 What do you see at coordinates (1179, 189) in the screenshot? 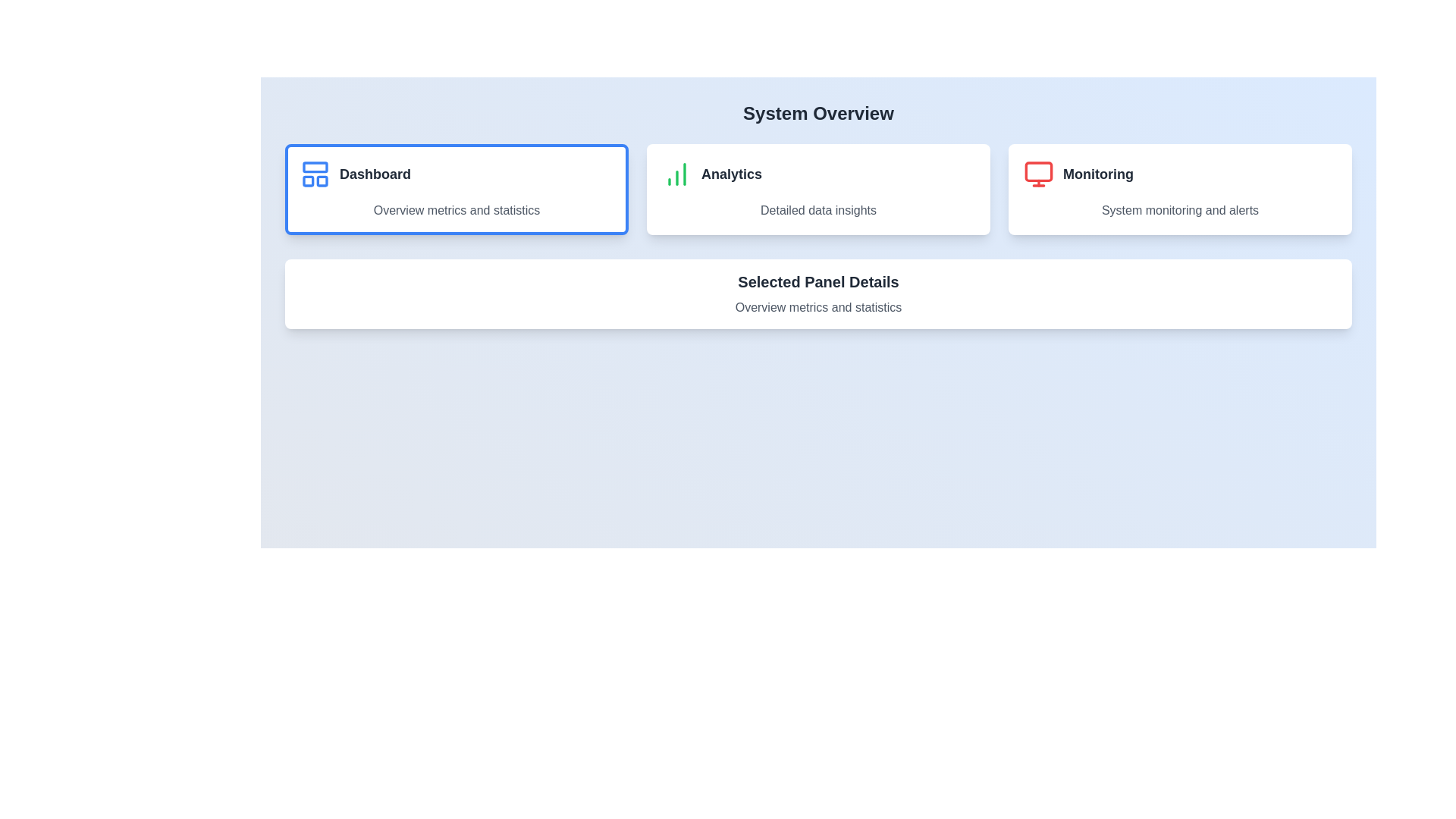
I see `the 'Monitoring' card element, which is the third card in the grid layout, located in the top-right corner, featuring a red monitor icon and the title 'Monitoring'` at bounding box center [1179, 189].